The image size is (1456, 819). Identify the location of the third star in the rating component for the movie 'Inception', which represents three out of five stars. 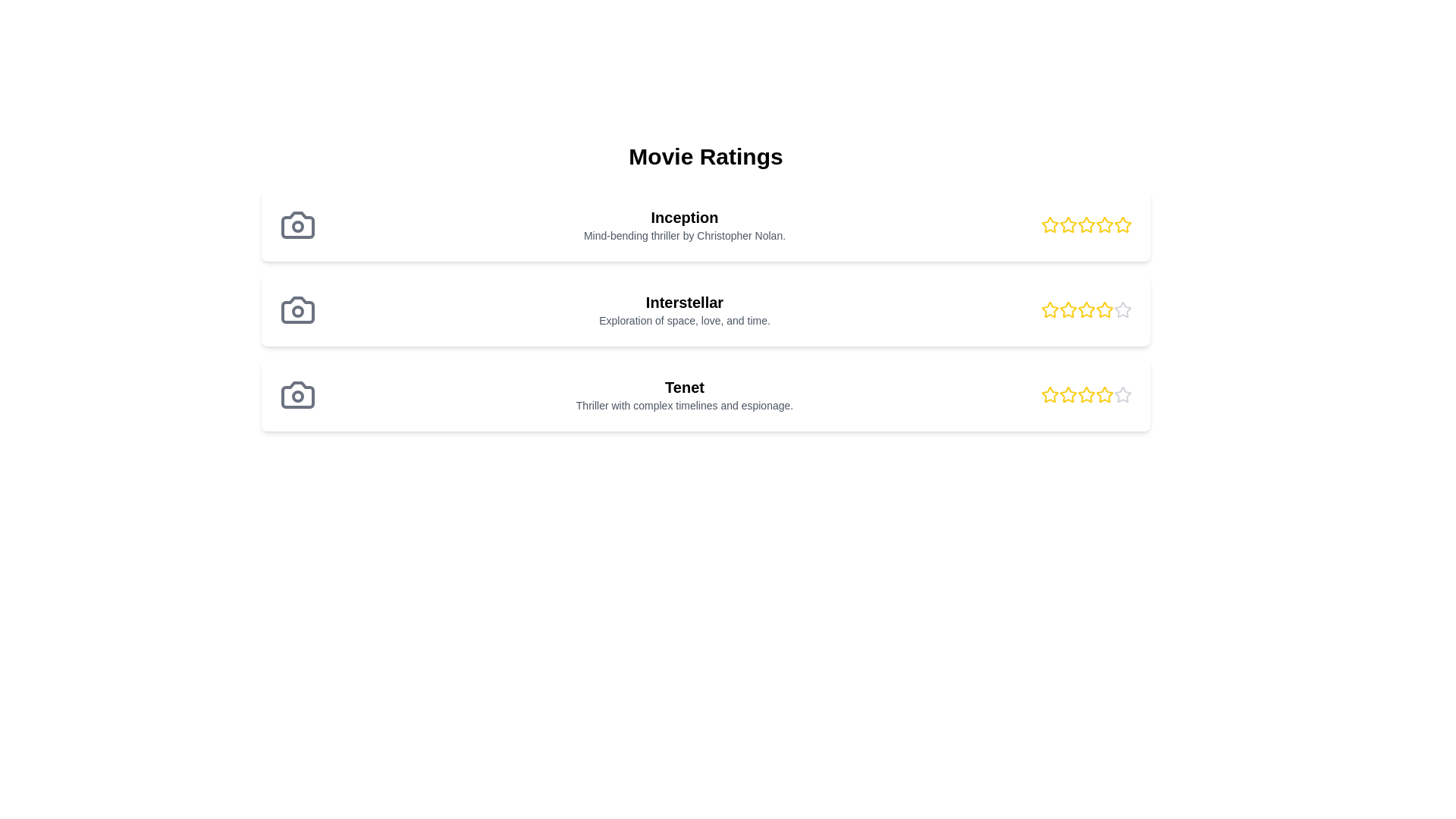
(1086, 225).